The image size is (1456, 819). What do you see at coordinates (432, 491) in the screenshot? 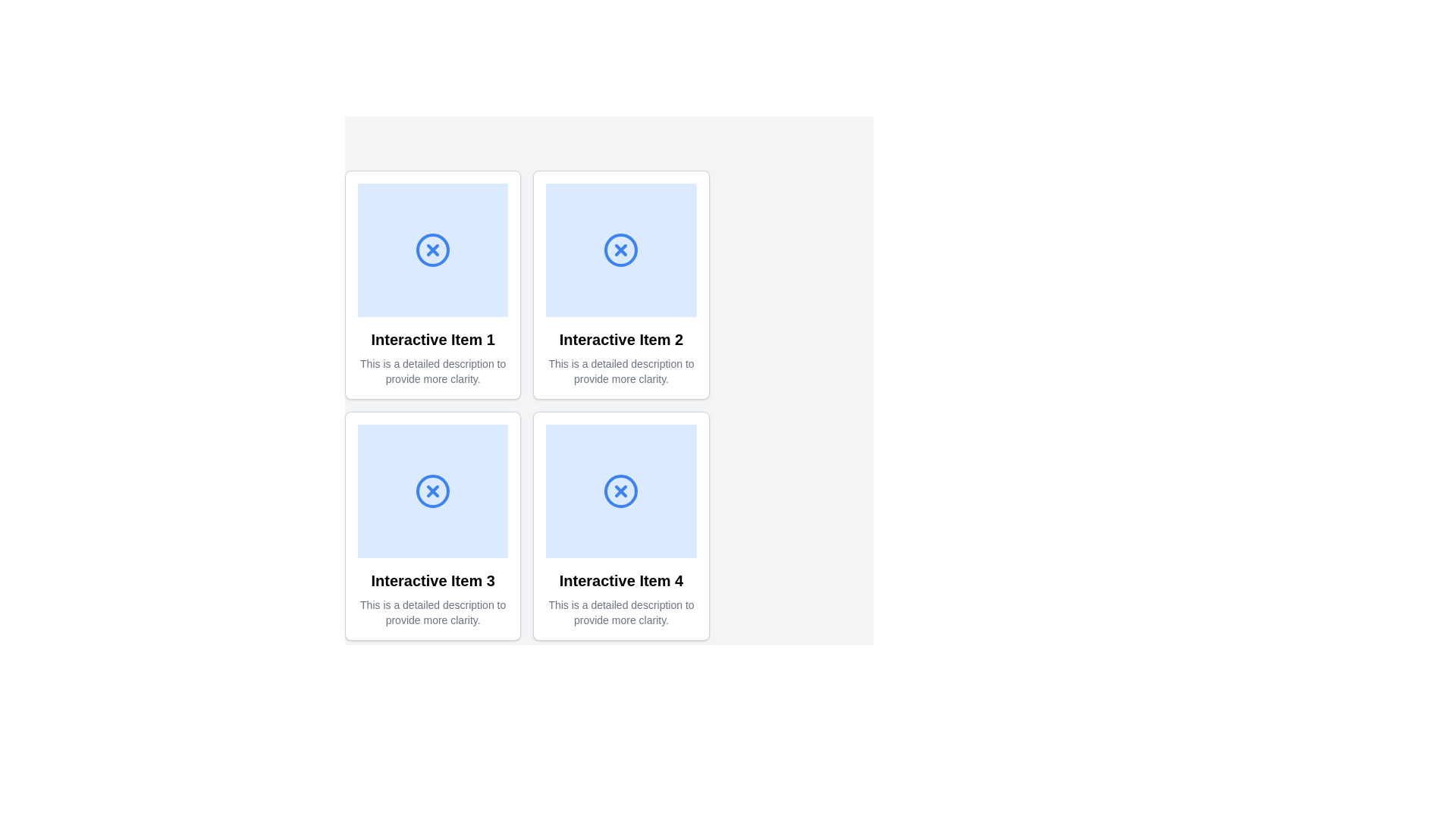
I see `the Icon element, which is a light blue rectangular area with a blue outlined circle enclosing an 'X' mark, located within the third card labeled 'Interactive Item 3' in a 2x2 layout` at bounding box center [432, 491].